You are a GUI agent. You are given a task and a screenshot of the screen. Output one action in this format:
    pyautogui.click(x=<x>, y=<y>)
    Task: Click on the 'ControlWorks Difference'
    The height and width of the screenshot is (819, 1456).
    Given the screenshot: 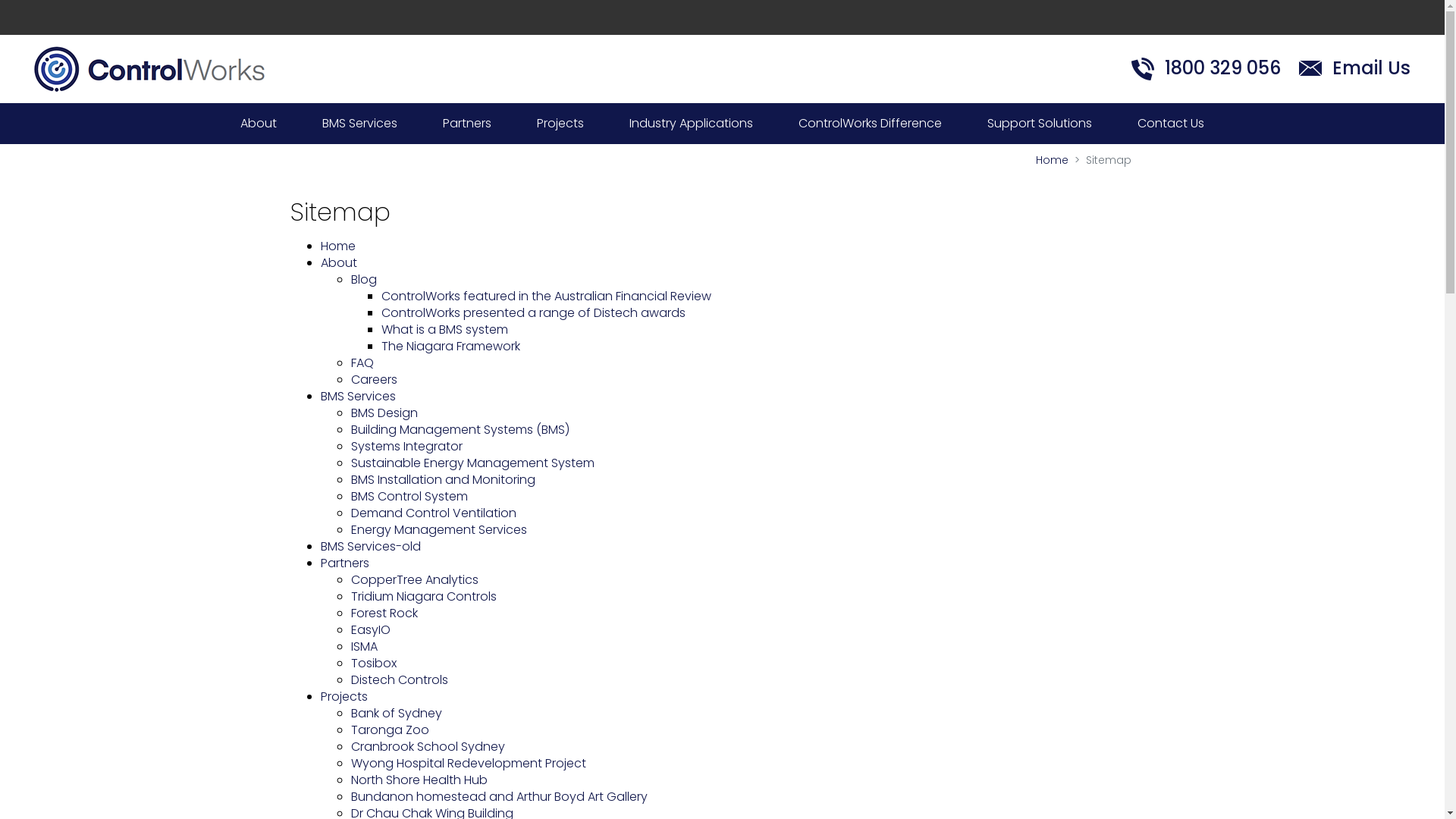 What is the action you would take?
    pyautogui.click(x=775, y=122)
    